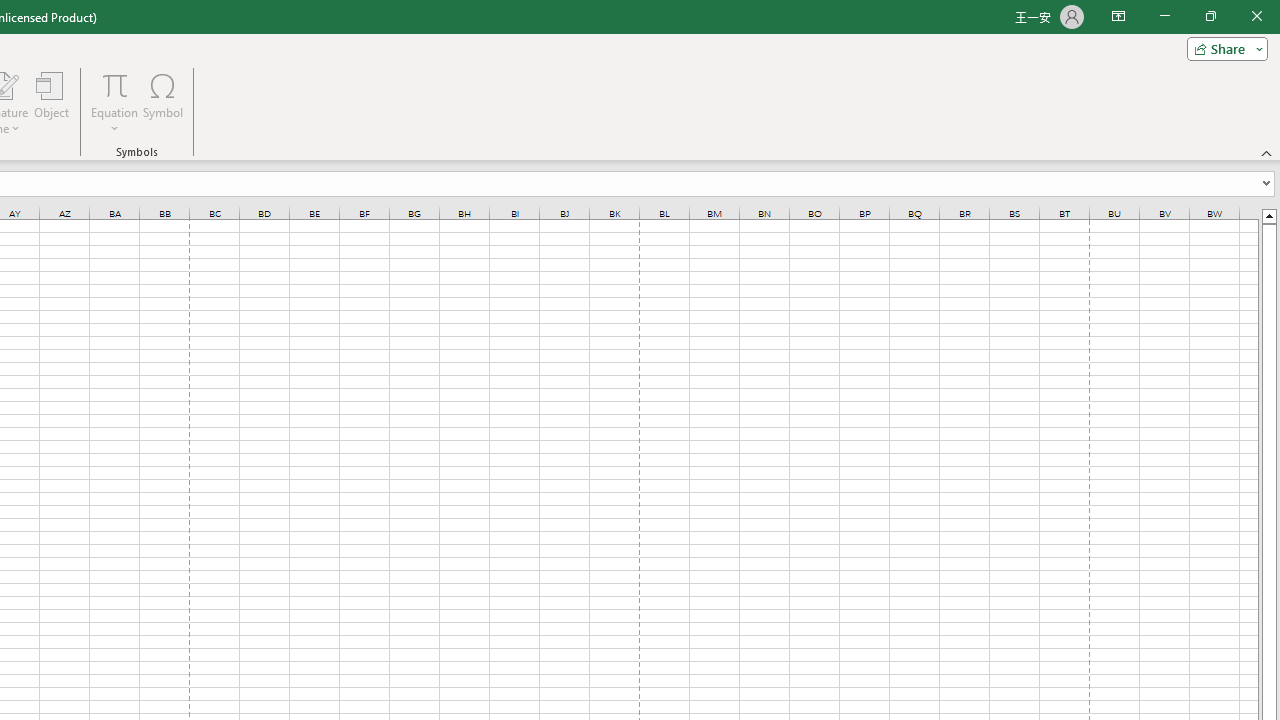 Image resolution: width=1280 pixels, height=720 pixels. Describe the element at coordinates (1268, 215) in the screenshot. I see `'Line up'` at that location.